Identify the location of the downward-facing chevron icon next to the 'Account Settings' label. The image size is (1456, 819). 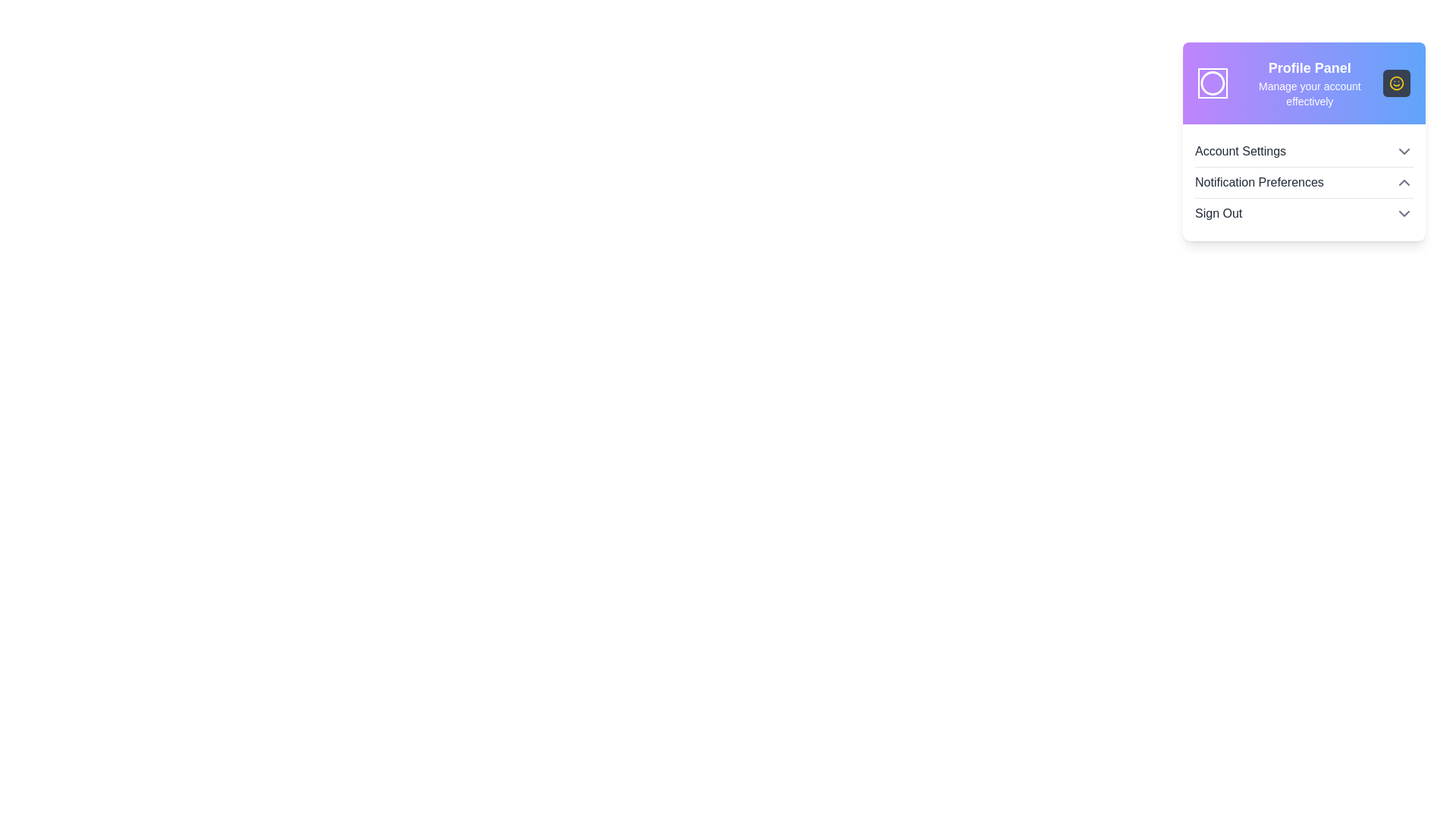
(1404, 152).